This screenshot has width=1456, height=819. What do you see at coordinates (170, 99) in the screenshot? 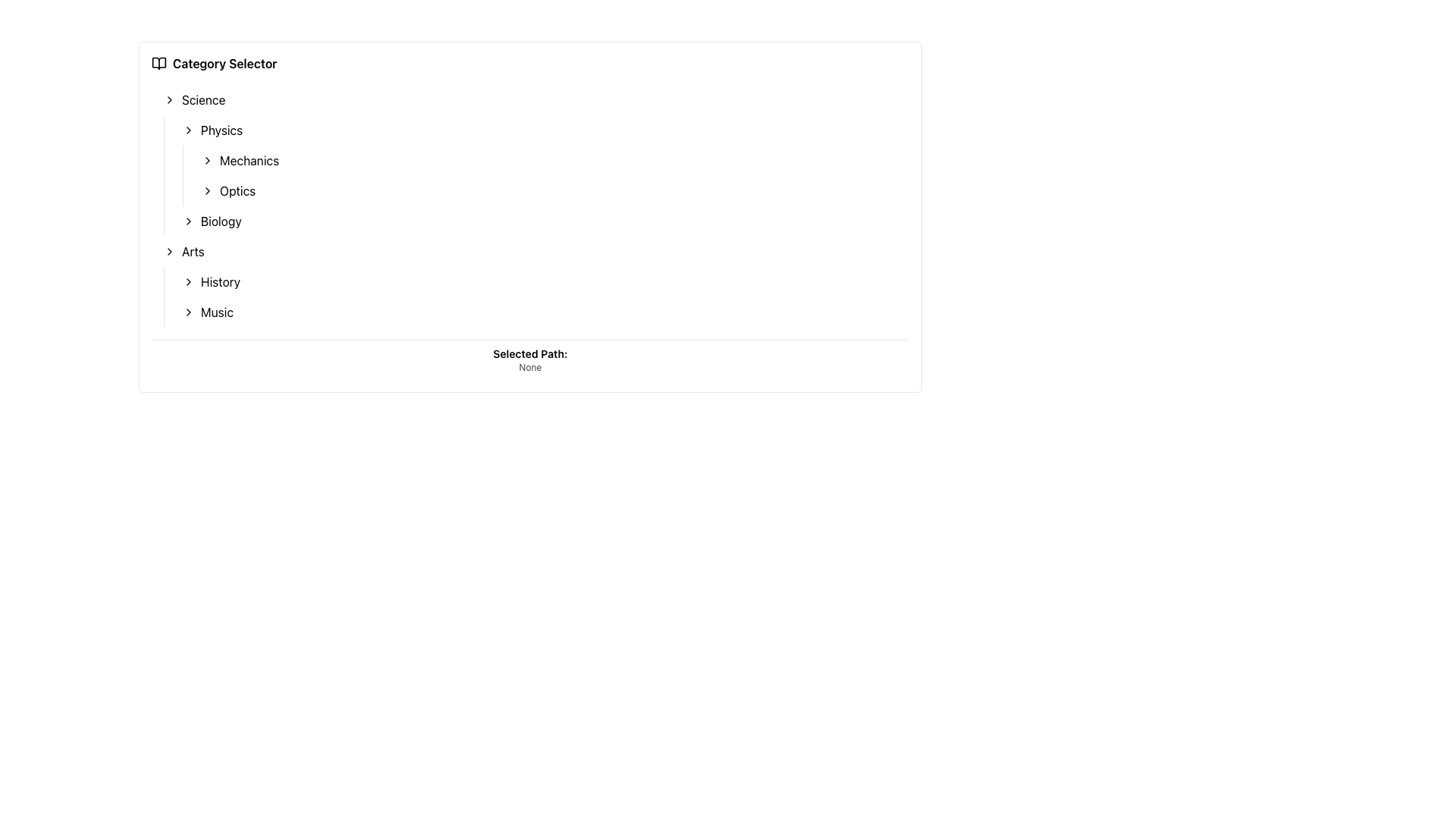
I see `the icon located beside the text 'Science'` at bounding box center [170, 99].